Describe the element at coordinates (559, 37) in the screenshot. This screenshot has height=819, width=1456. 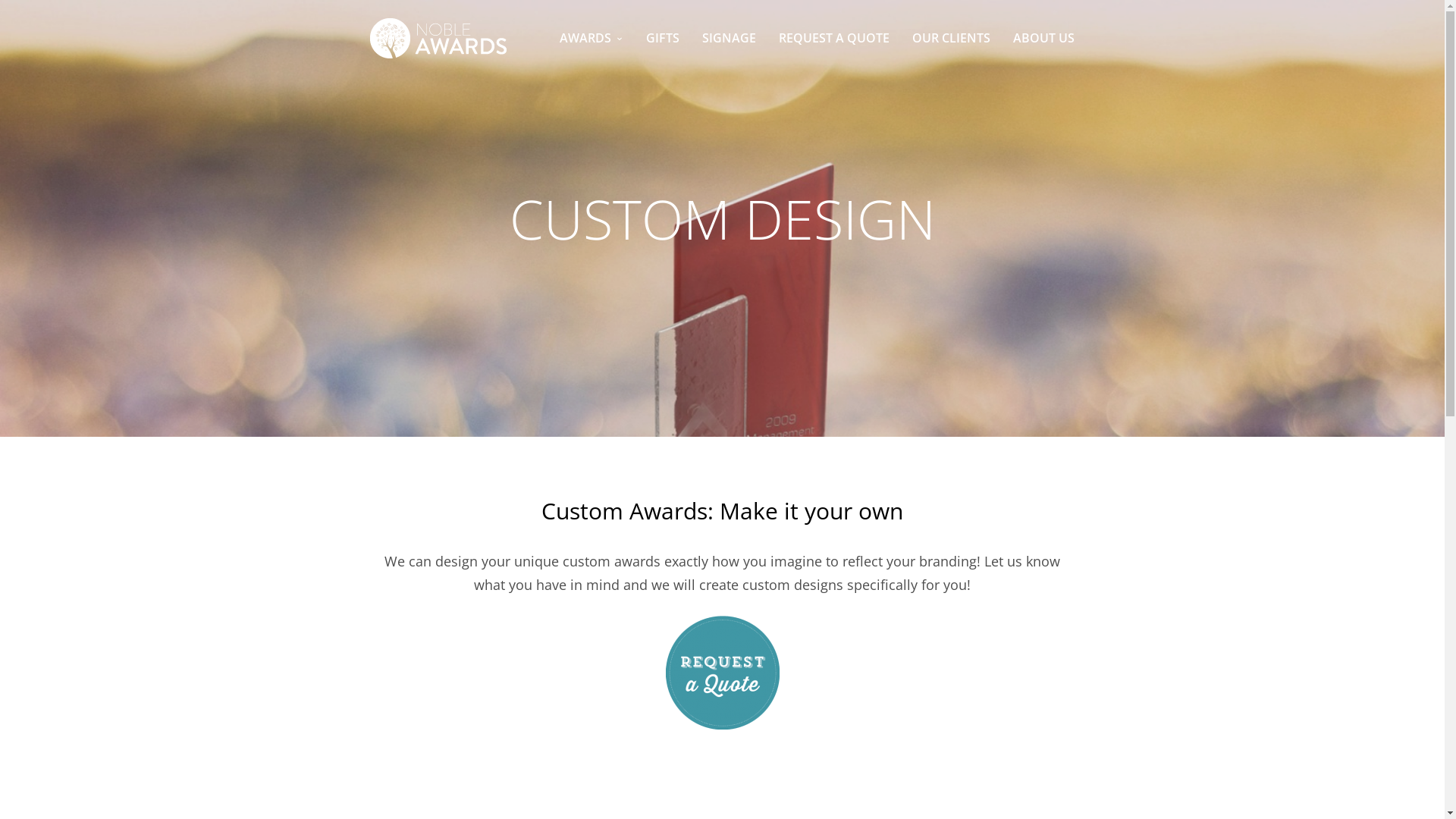
I see `'AWARDS'` at that location.